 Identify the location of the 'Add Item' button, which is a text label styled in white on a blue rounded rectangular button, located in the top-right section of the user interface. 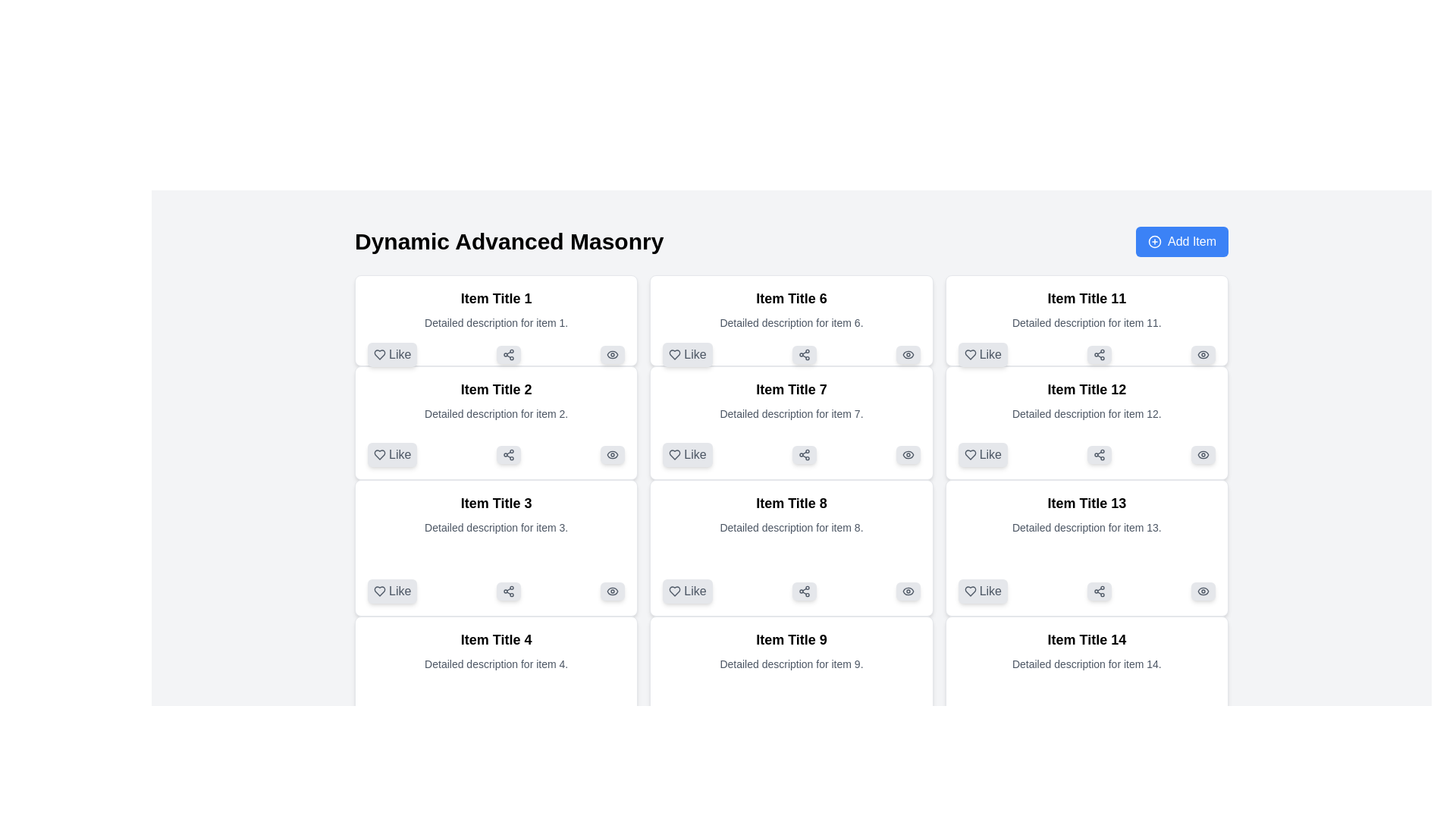
(1191, 241).